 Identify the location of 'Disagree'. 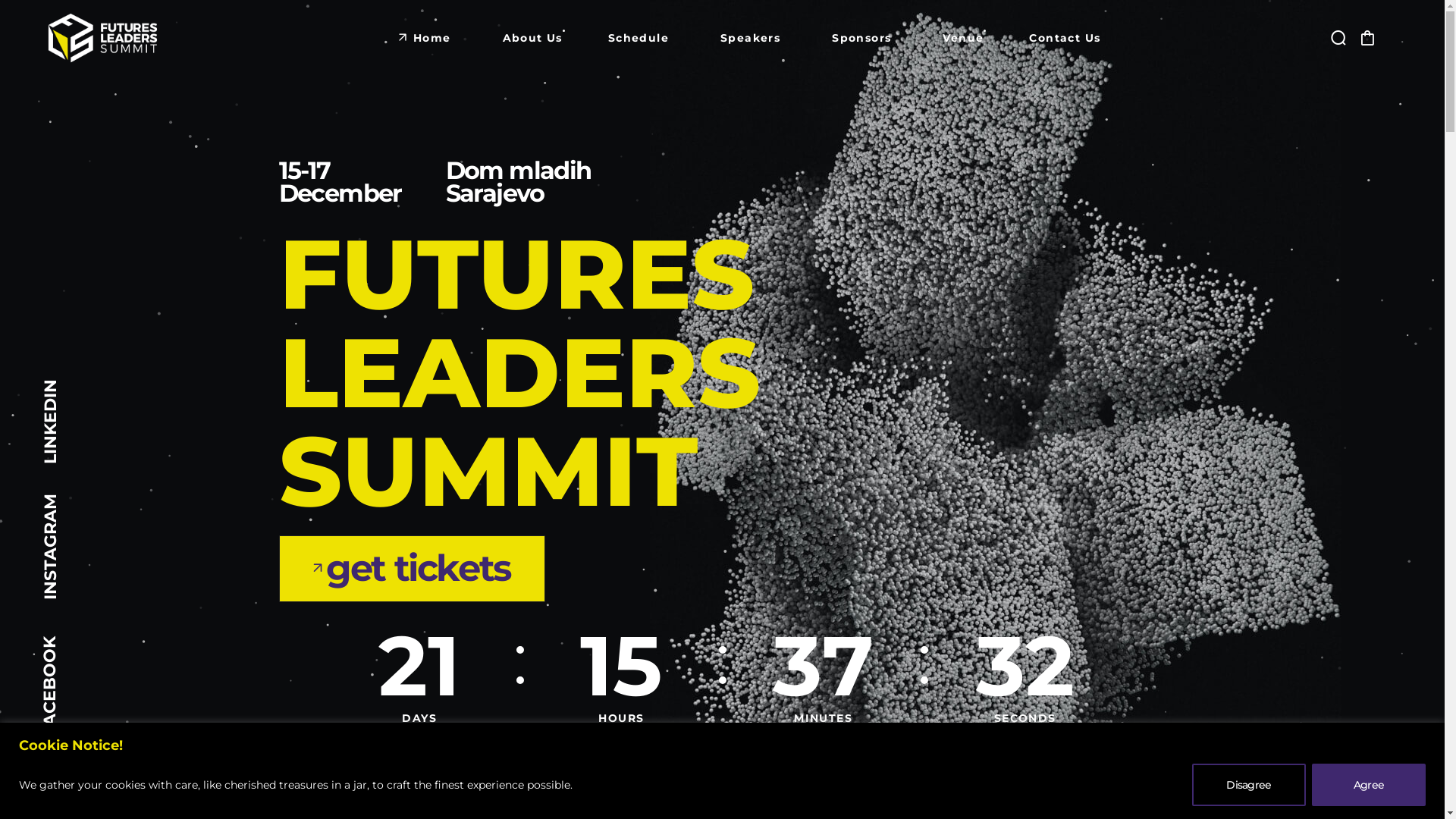
(1248, 783).